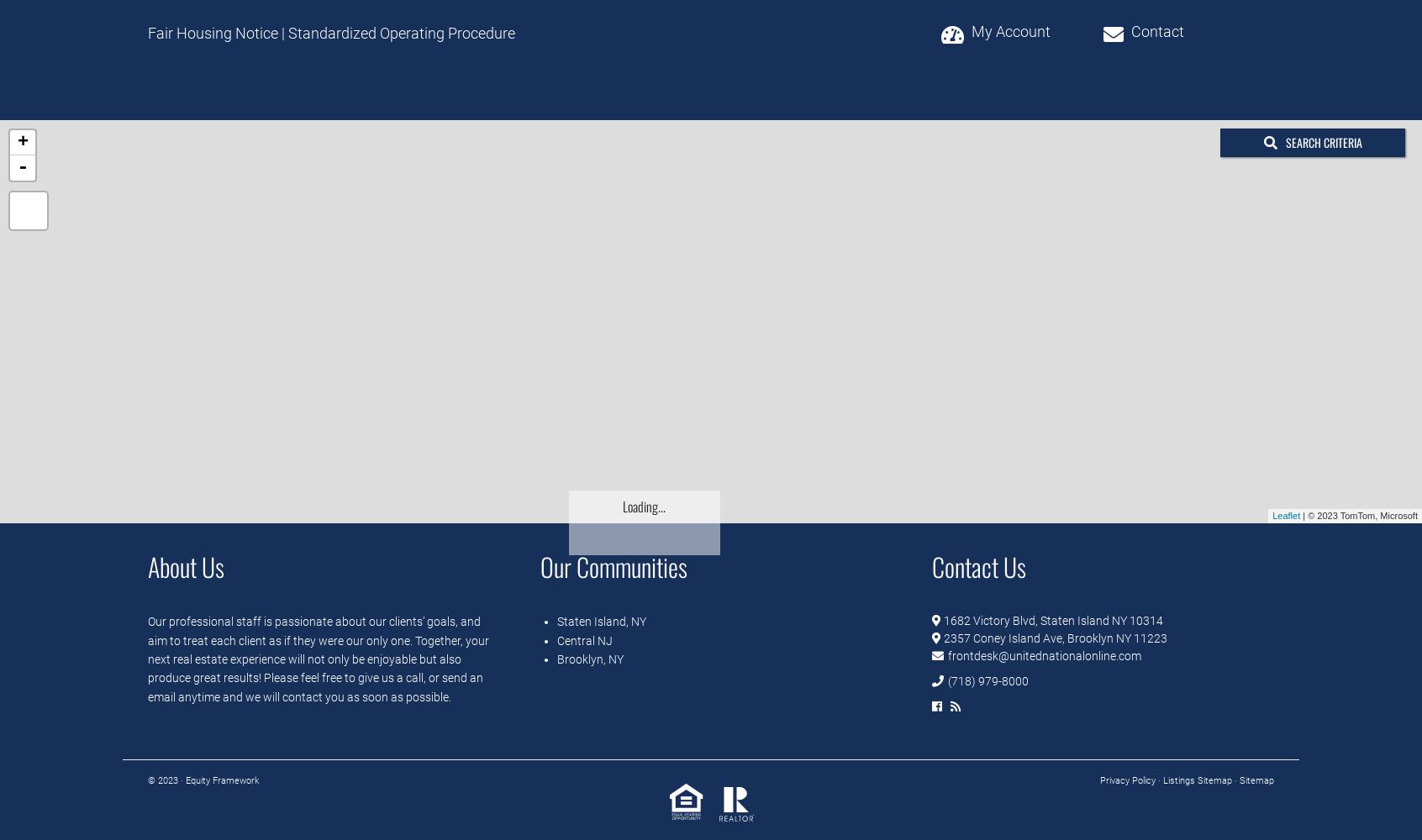 This screenshot has width=1422, height=840. I want to click on 'Staten Island, NY', so click(600, 621).